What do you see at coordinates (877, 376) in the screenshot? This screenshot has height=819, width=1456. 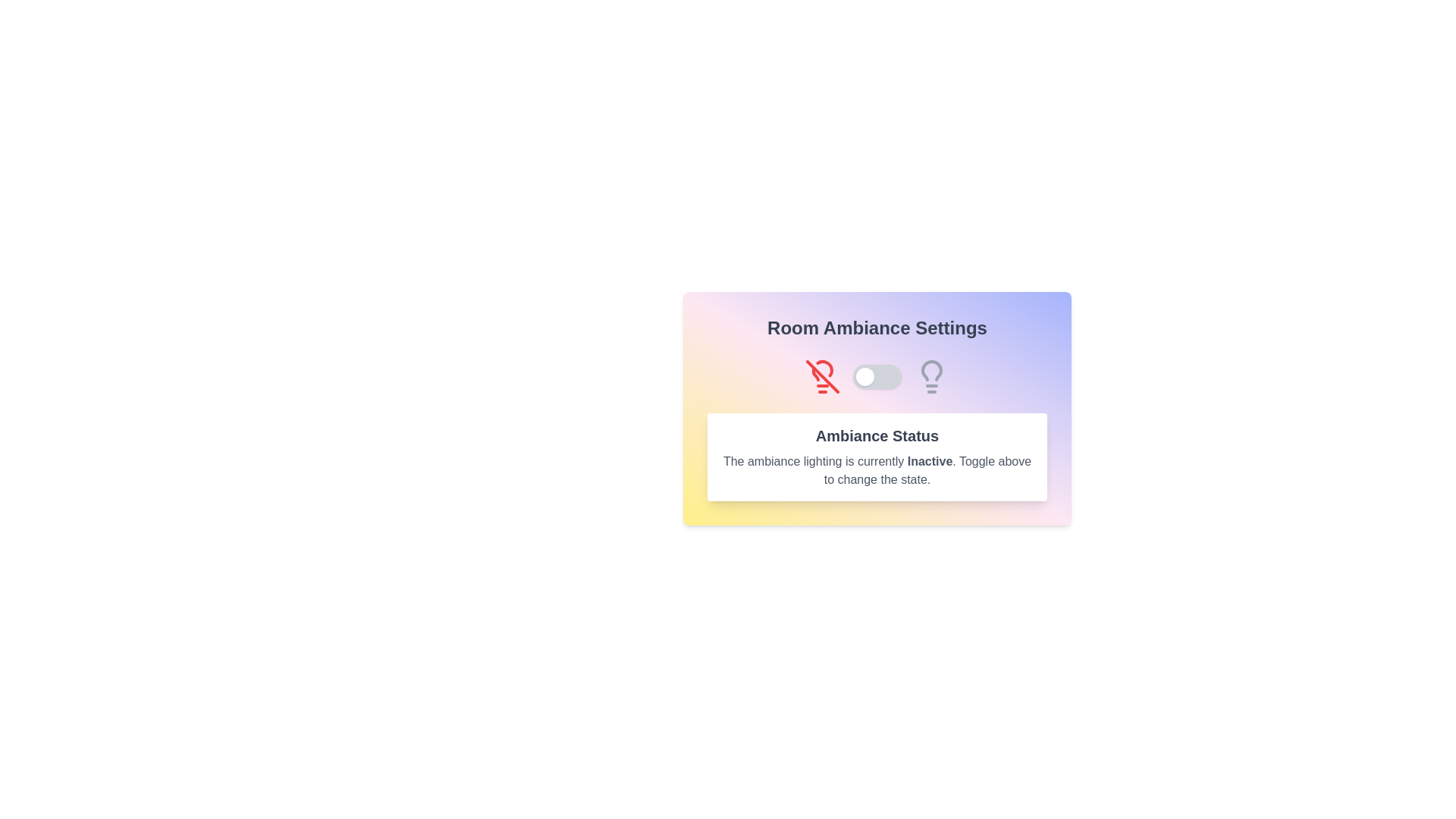 I see `the knob of the toggle switch located in the middle row of the 'Room Ambiance Settings' card layout` at bounding box center [877, 376].